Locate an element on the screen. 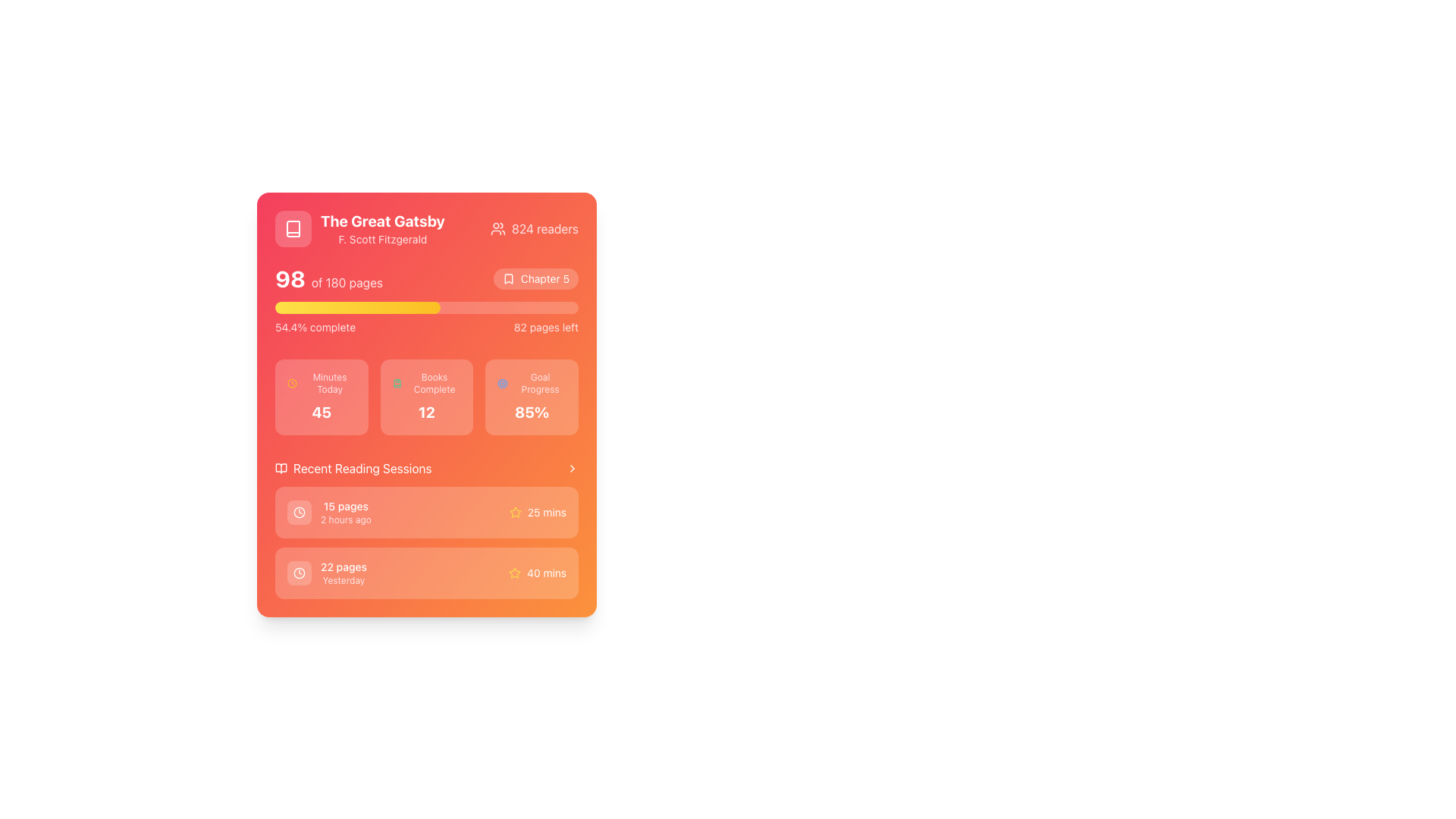  displayed information from the Information display showing '22 pages Yesterday' with a clock icon, located in the Recent Reading Sessions list is located at coordinates (326, 573).